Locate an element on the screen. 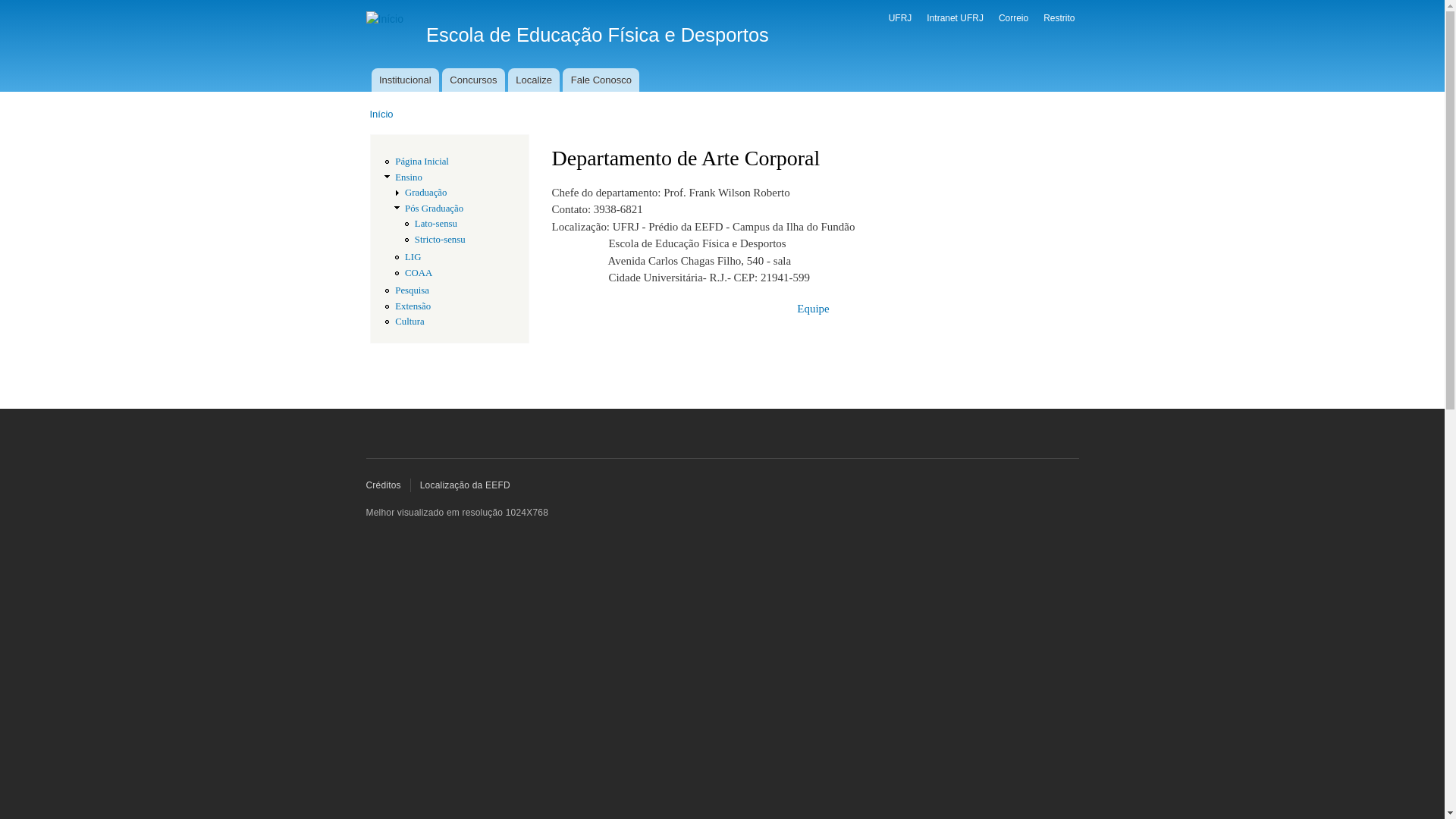  'Correio' is located at coordinates (1013, 17).